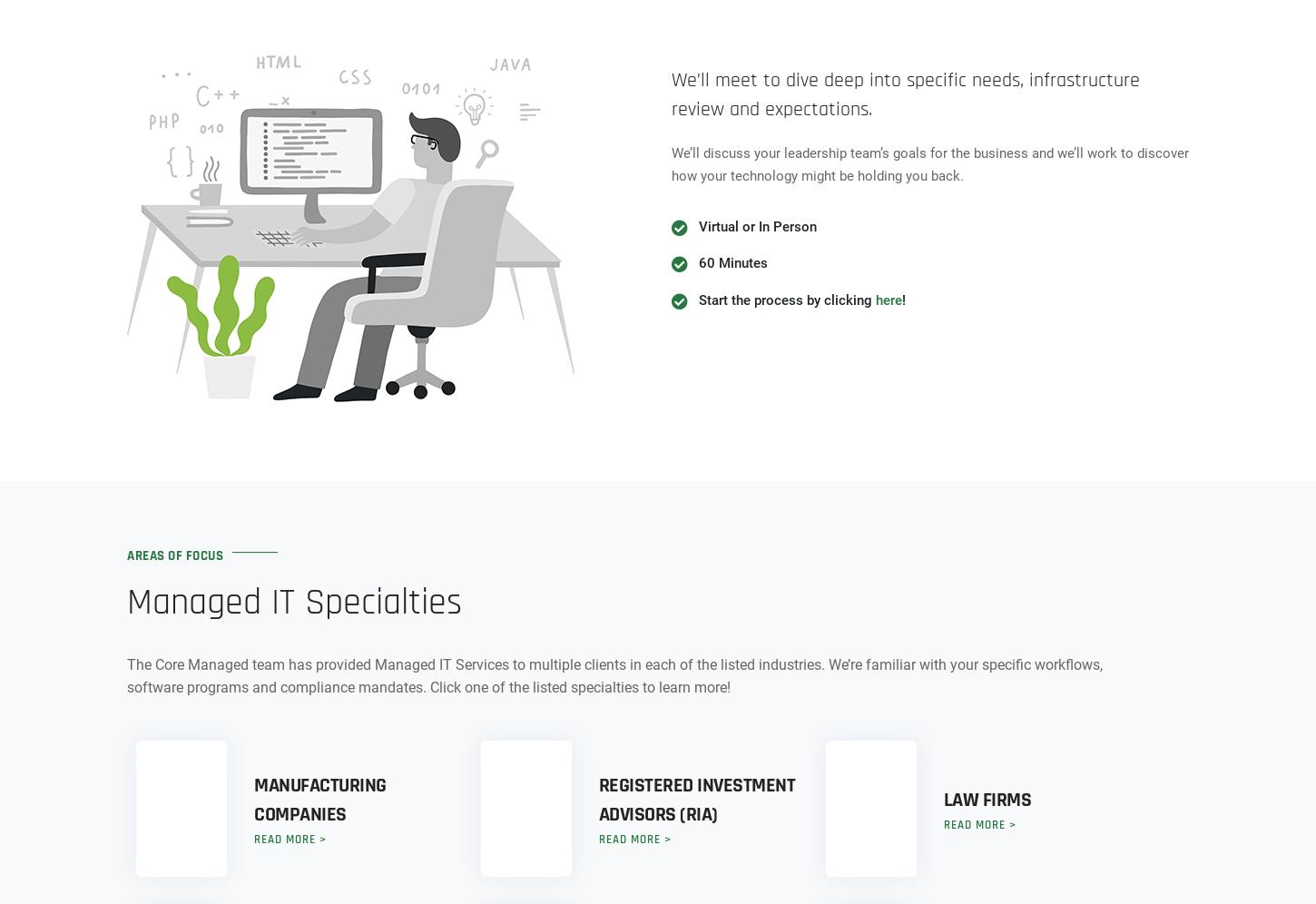 The width and height of the screenshot is (1316, 904). I want to click on 'The Core Managed team has provided Managed IT Services to multiple clients in each of the listed industries.  We’re familiar with your specific workflows, software programs and compliance mandates.  Click one of the listed specialties to learn more!', so click(614, 674).